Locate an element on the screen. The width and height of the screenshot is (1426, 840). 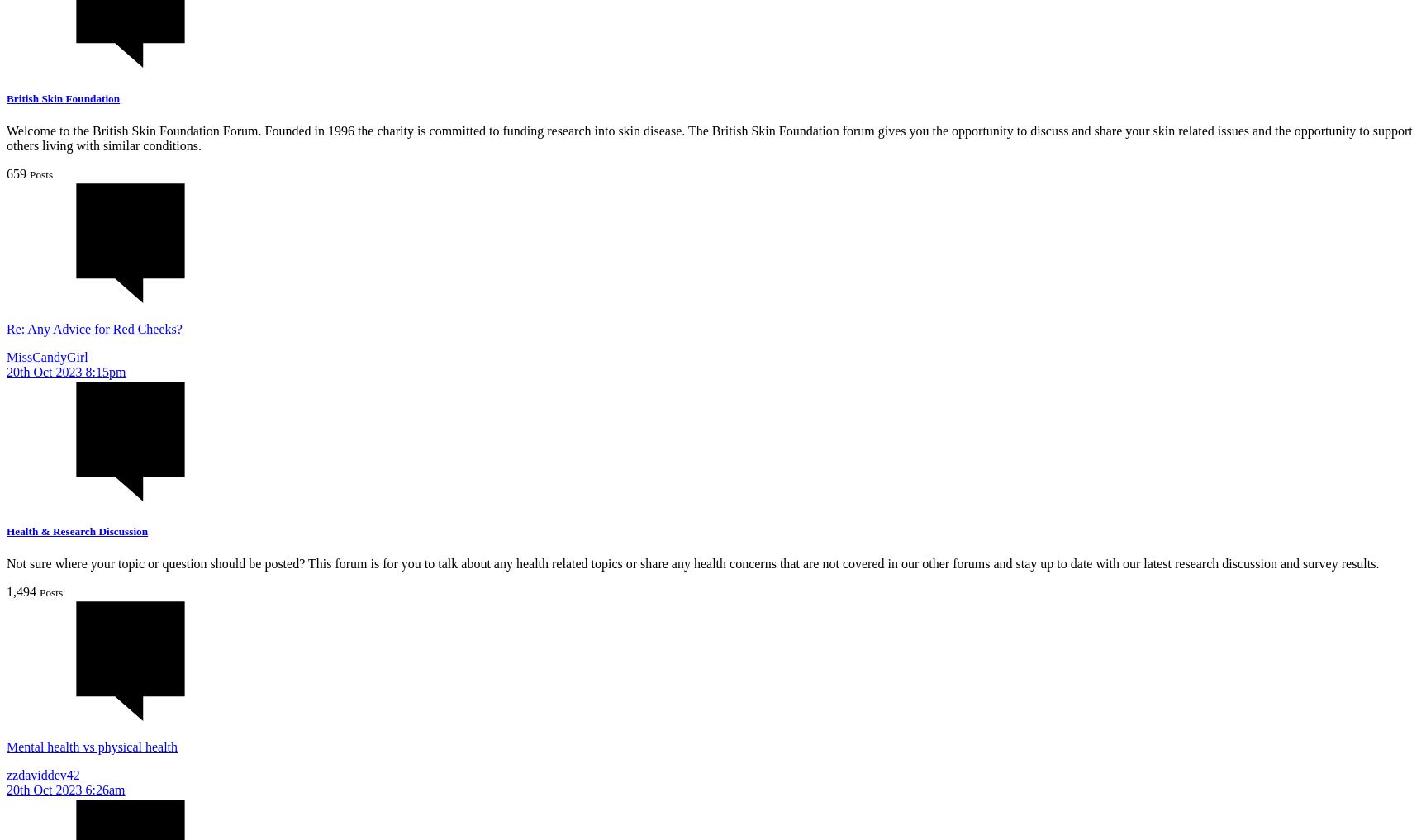
'Mental health vs physical health' is located at coordinates (91, 747).